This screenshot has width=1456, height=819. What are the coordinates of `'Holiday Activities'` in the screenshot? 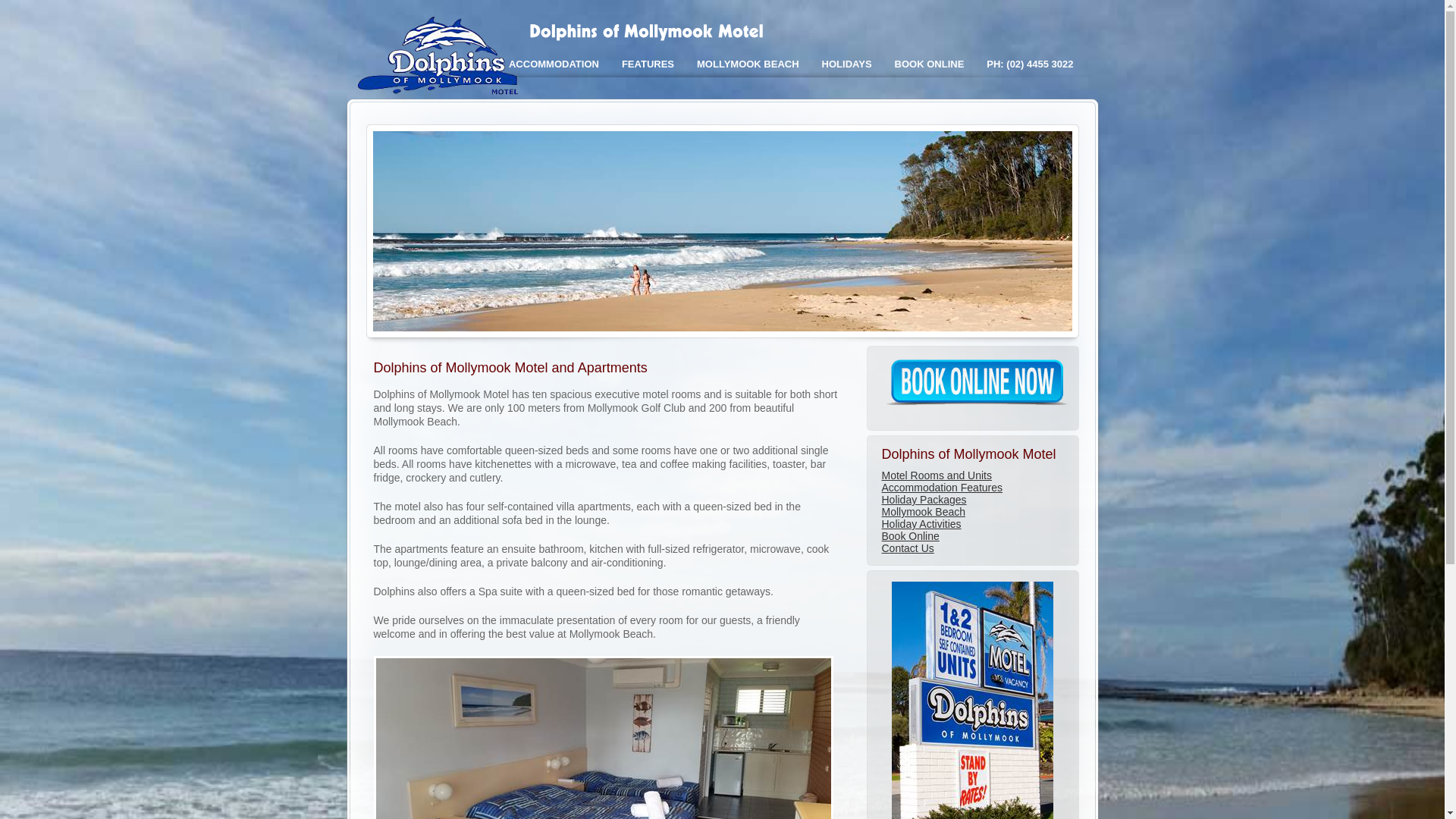 It's located at (880, 522).